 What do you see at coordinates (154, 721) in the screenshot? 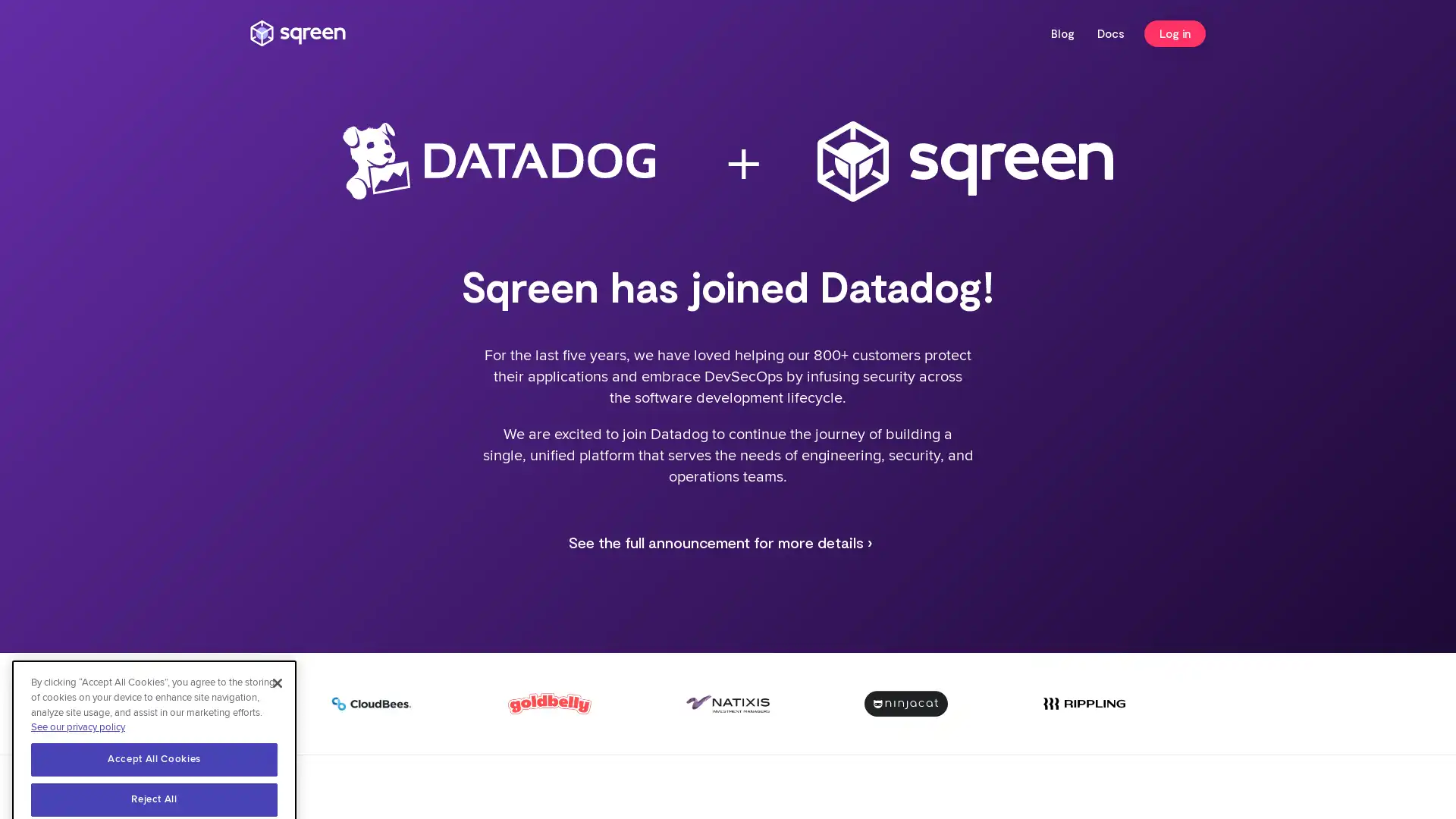
I see `Accept All Cookies` at bounding box center [154, 721].